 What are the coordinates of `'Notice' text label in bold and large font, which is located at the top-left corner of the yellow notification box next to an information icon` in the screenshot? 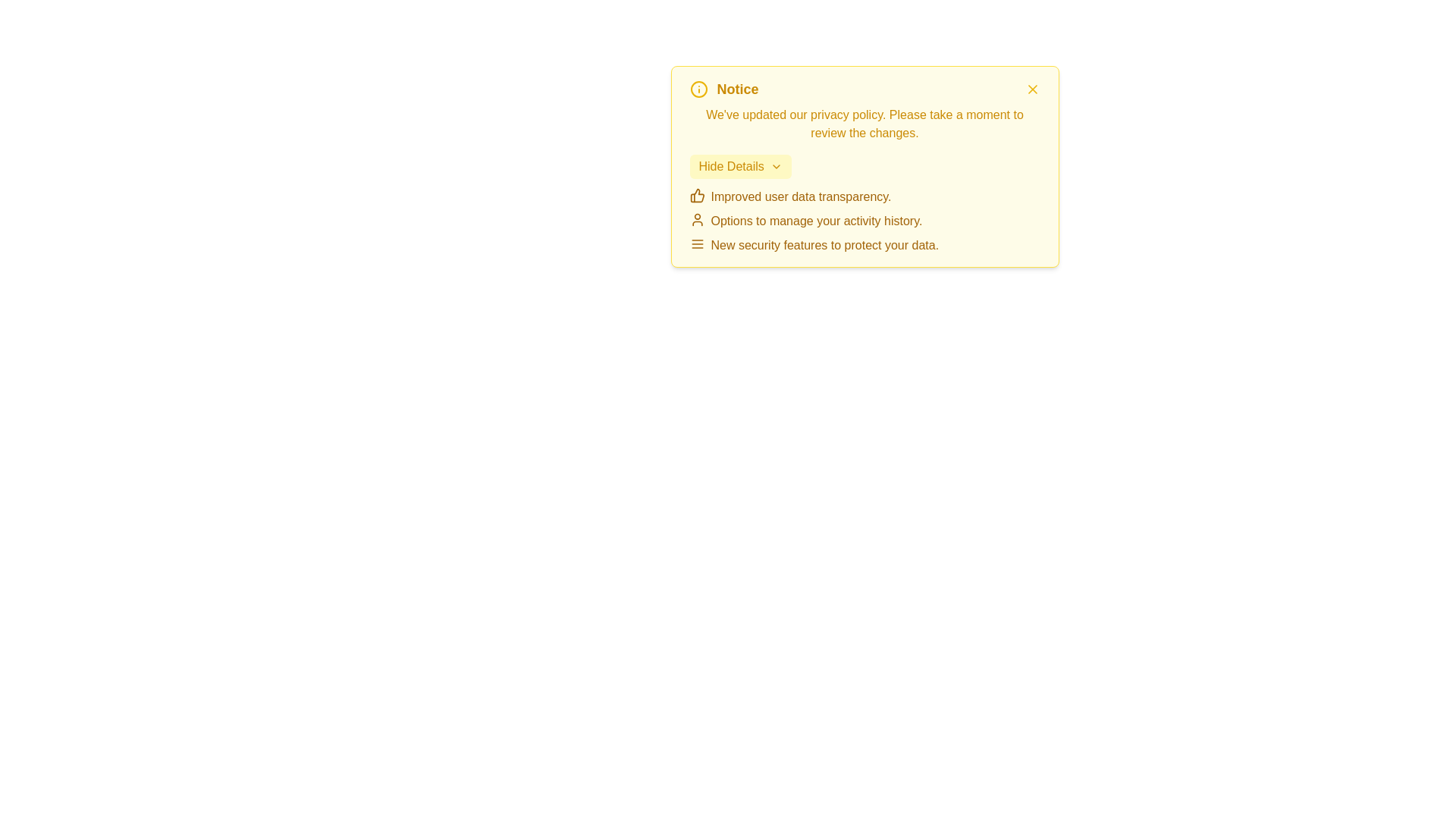 It's located at (723, 89).